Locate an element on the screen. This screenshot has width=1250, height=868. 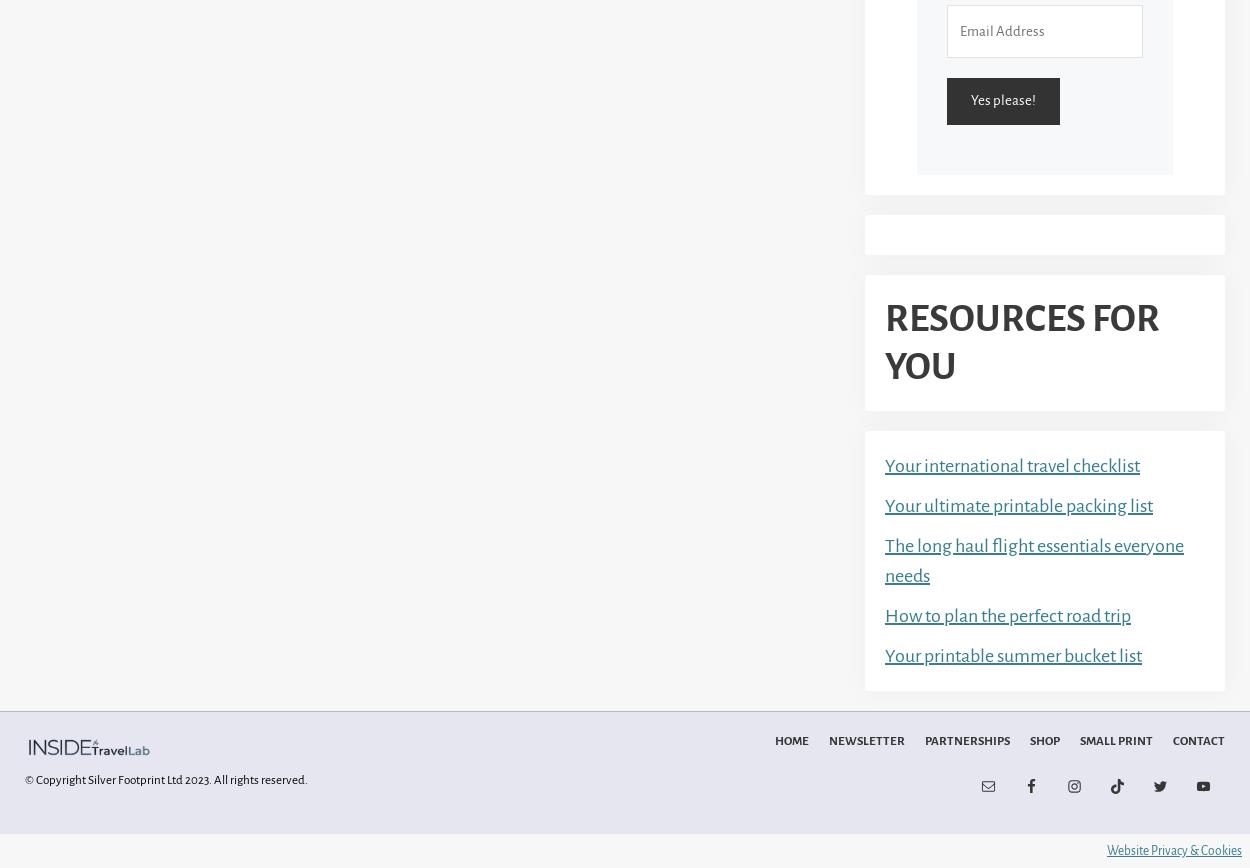
'Shop' is located at coordinates (1045, 740).